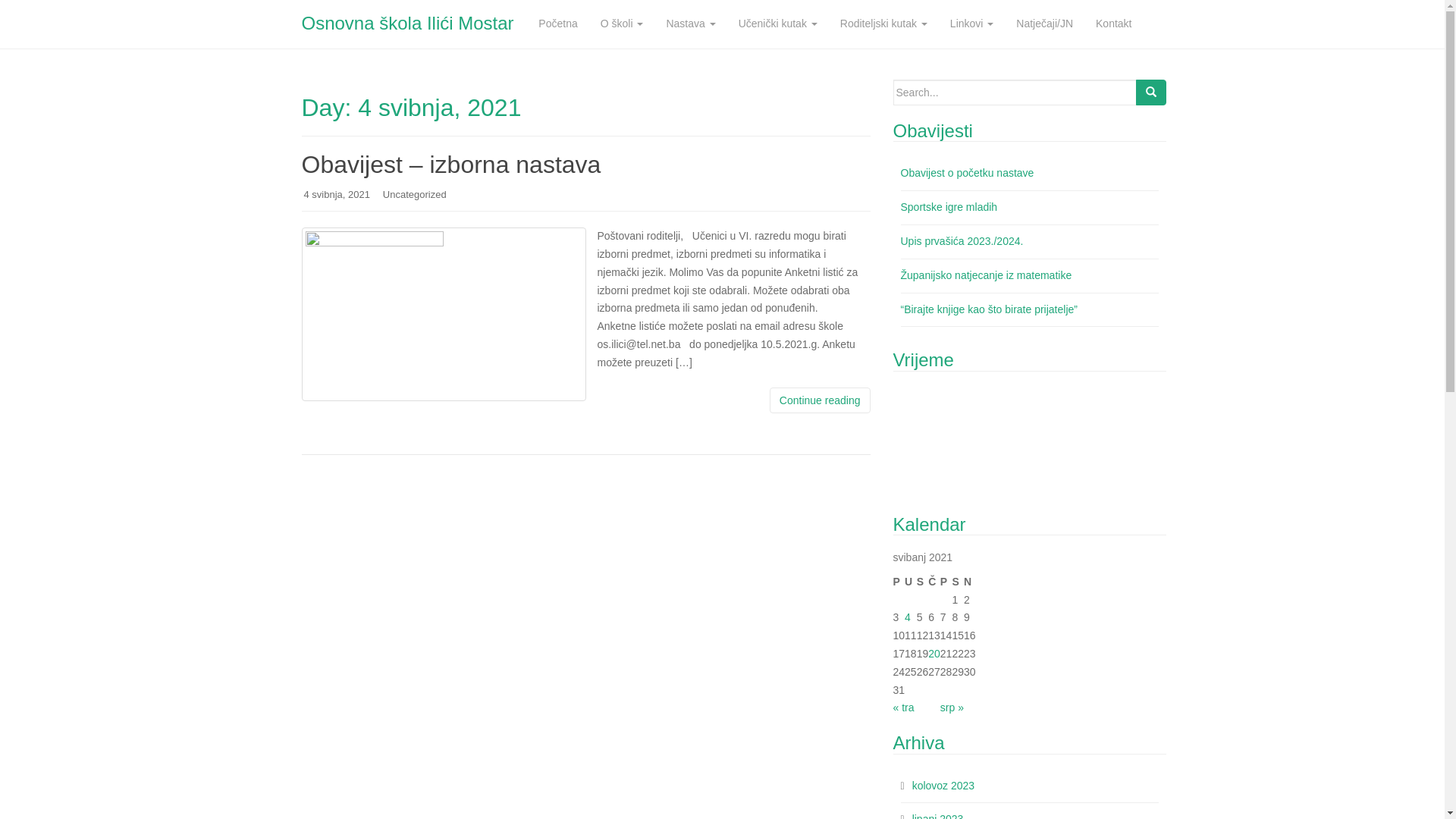 This screenshot has width=1456, height=819. What do you see at coordinates (819, 400) in the screenshot?
I see `'Continue reading'` at bounding box center [819, 400].